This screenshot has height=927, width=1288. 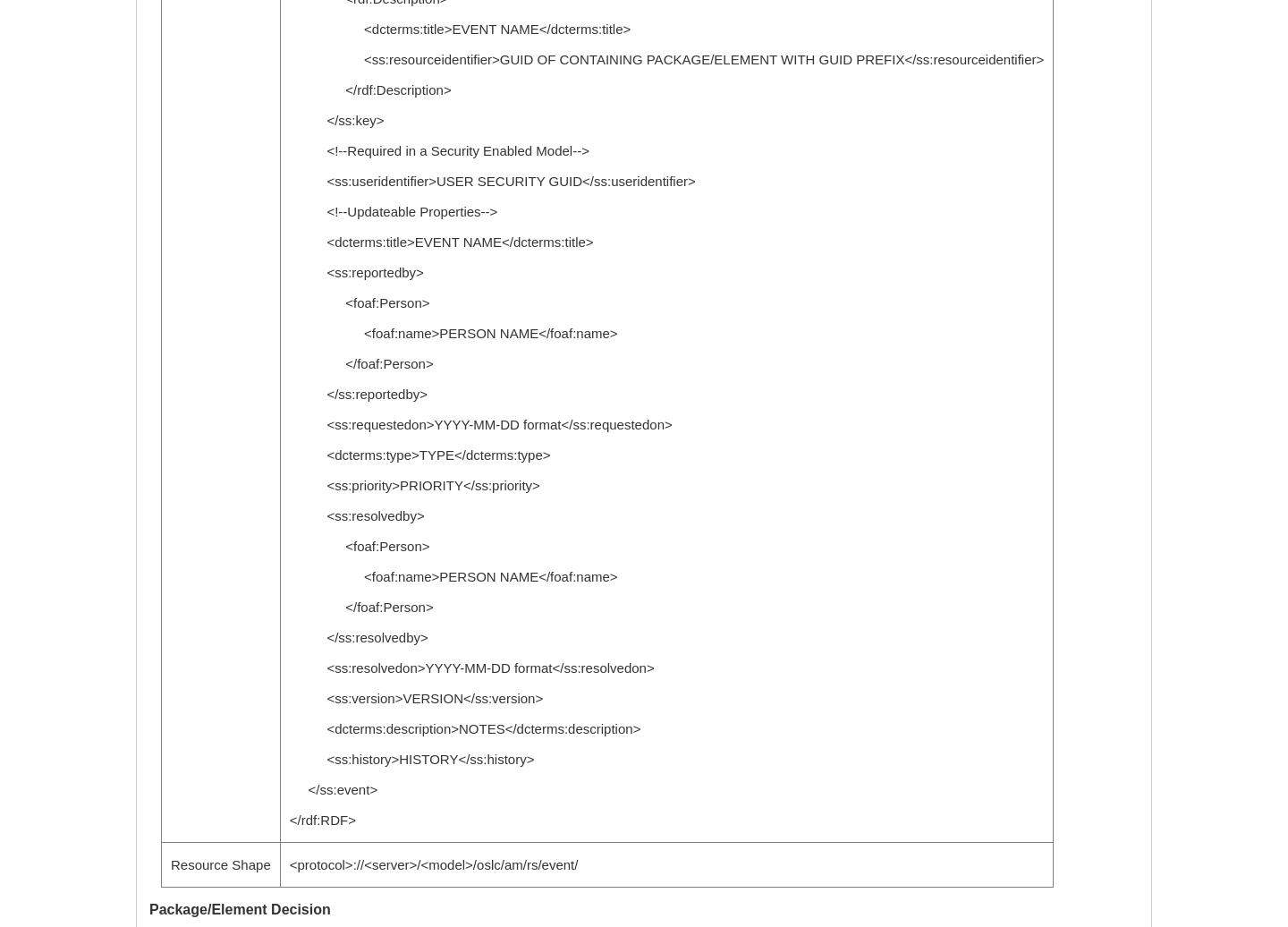 I want to click on '<ss:resourceidentifier>GUID OF CONTAINING PACKAGE/ELEMENT WITH GUID PREFIX</ss:resourceidentifier>', so click(x=665, y=59).